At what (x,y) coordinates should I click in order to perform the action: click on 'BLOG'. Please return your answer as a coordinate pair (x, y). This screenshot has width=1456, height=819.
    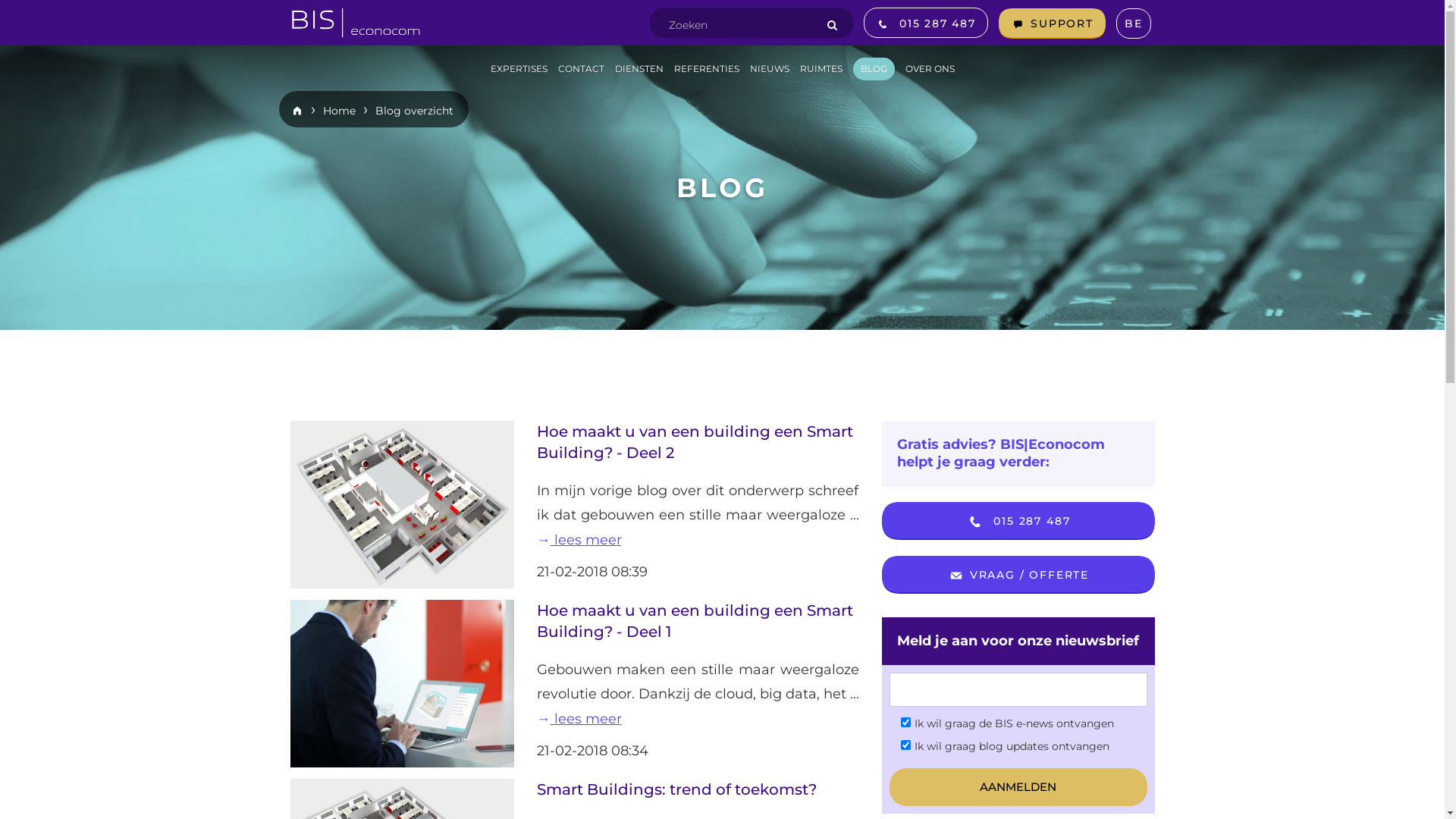
    Looking at the image, I should click on (852, 69).